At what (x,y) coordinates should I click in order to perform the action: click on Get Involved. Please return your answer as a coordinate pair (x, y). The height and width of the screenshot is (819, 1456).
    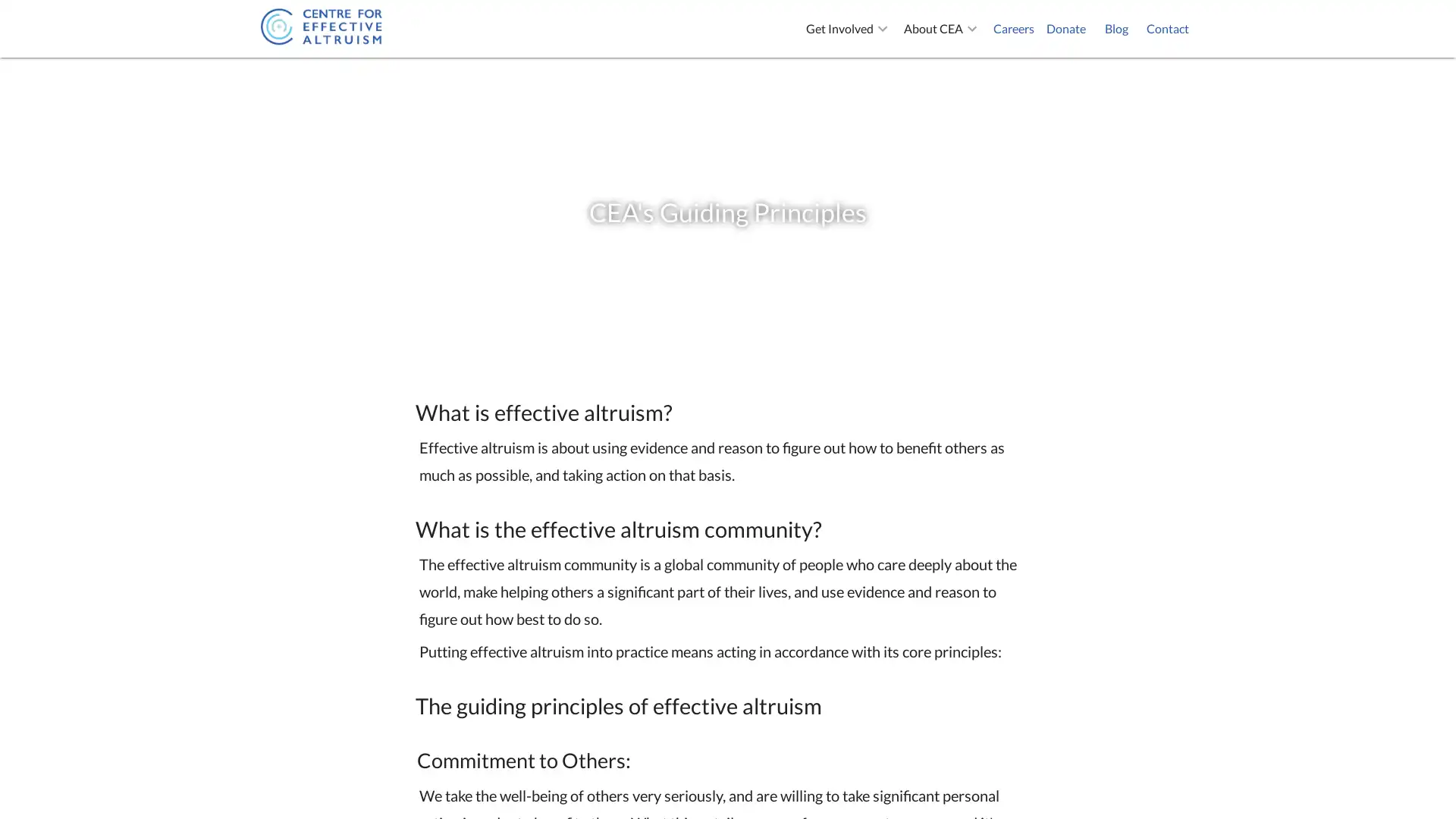
    Looking at the image, I should click on (848, 29).